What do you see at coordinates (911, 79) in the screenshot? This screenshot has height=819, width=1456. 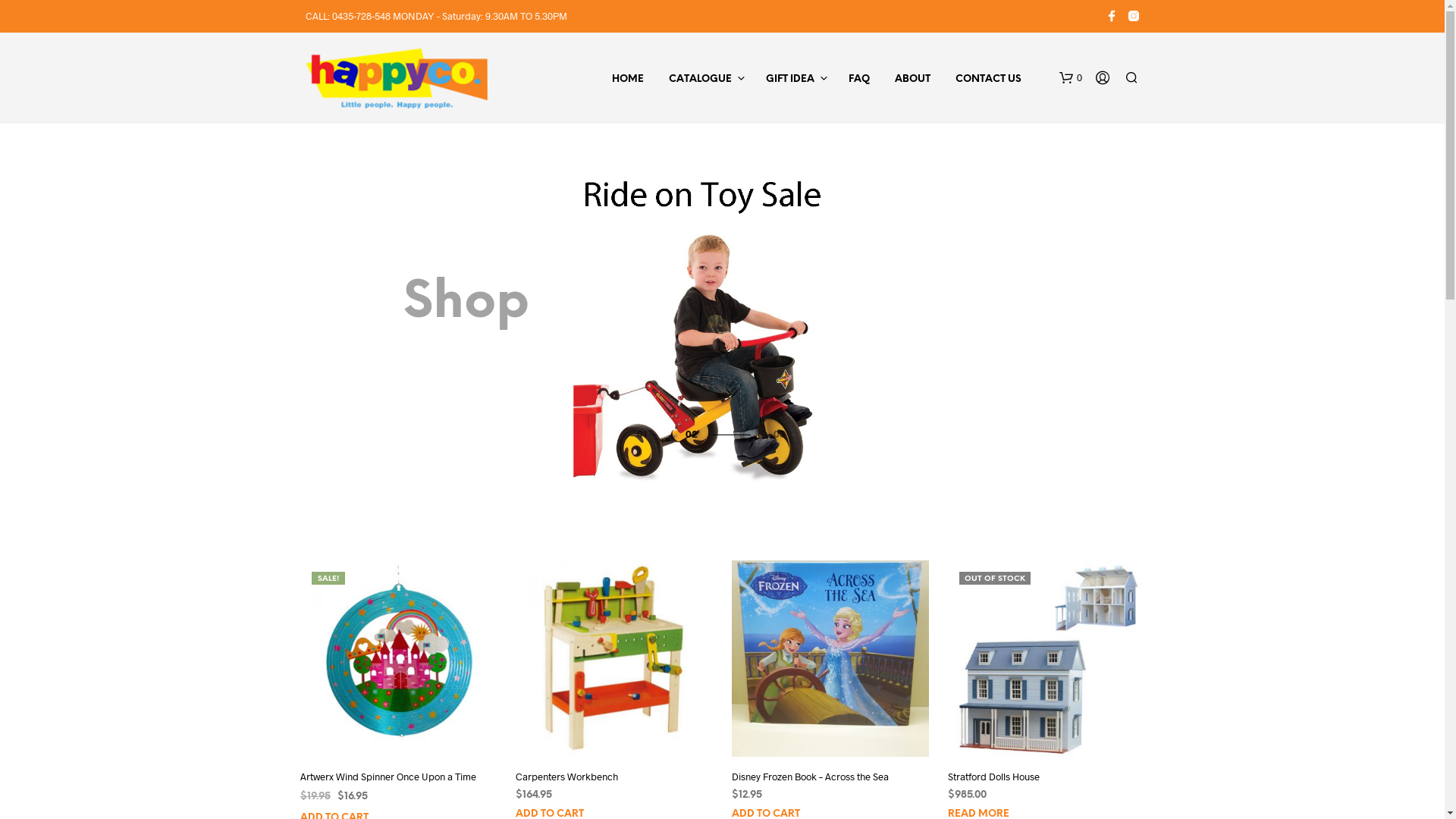 I see `'ABOUT'` at bounding box center [911, 79].